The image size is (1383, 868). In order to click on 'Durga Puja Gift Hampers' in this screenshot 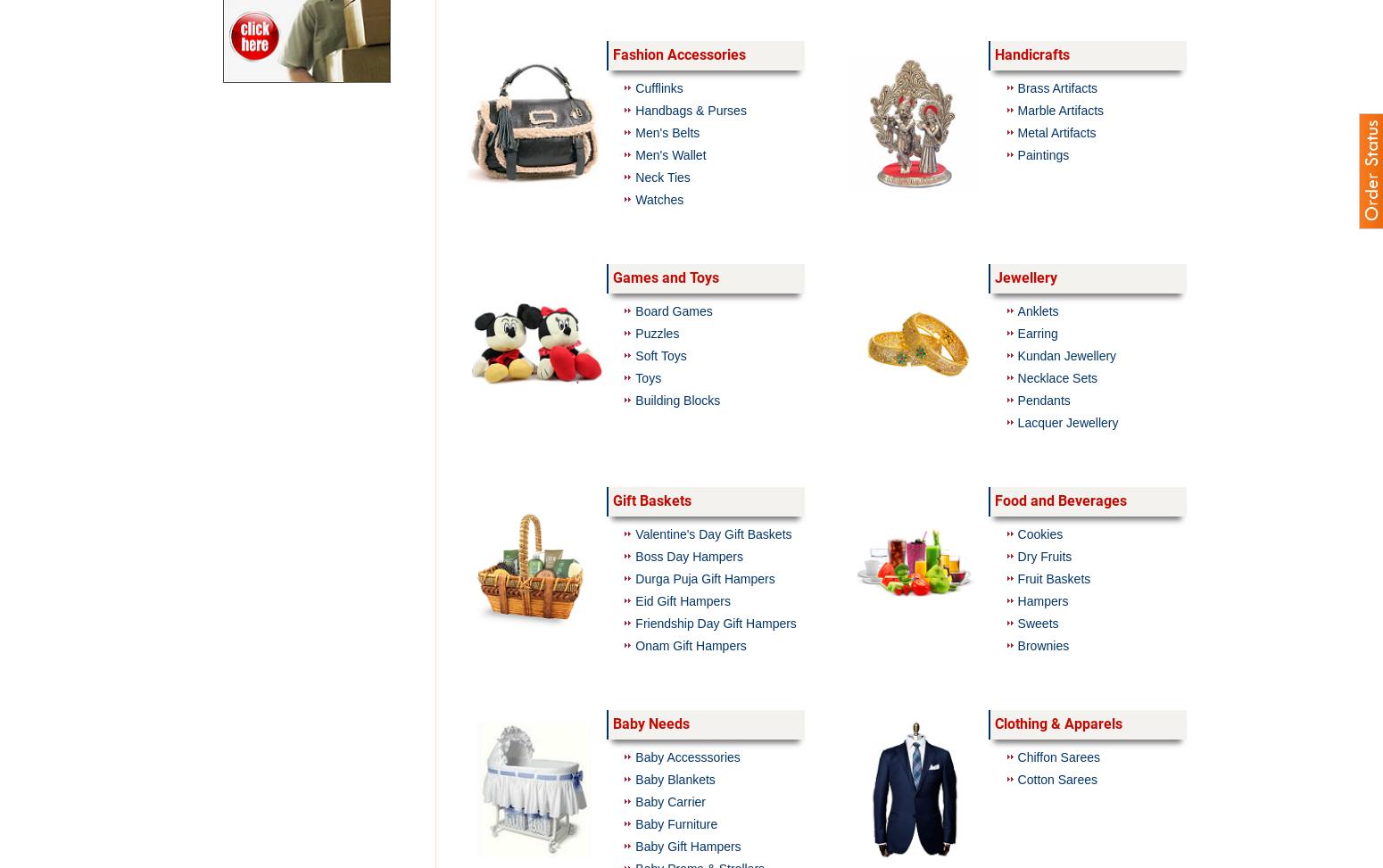, I will do `click(704, 577)`.